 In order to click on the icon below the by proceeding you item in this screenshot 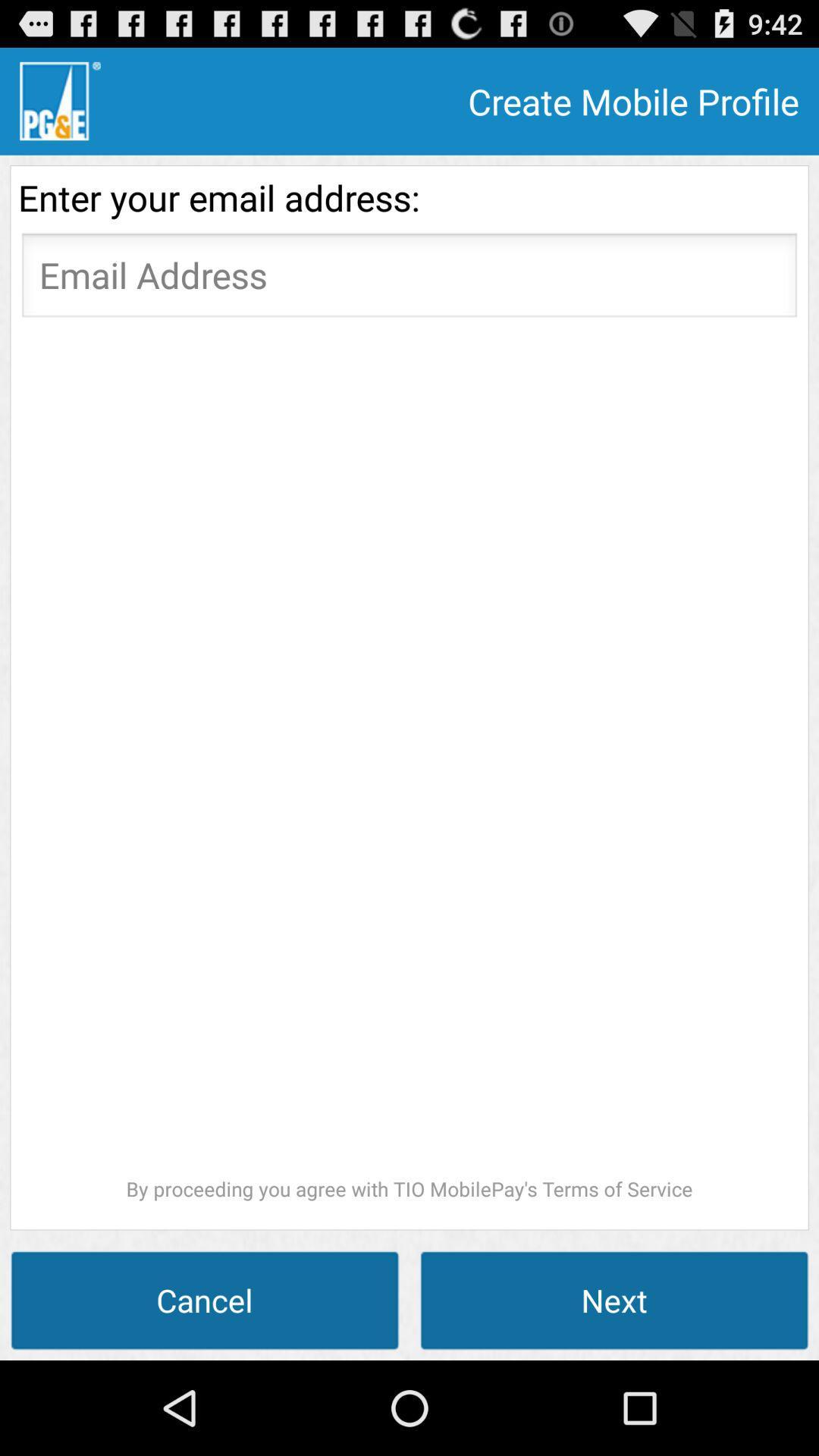, I will do `click(205, 1299)`.